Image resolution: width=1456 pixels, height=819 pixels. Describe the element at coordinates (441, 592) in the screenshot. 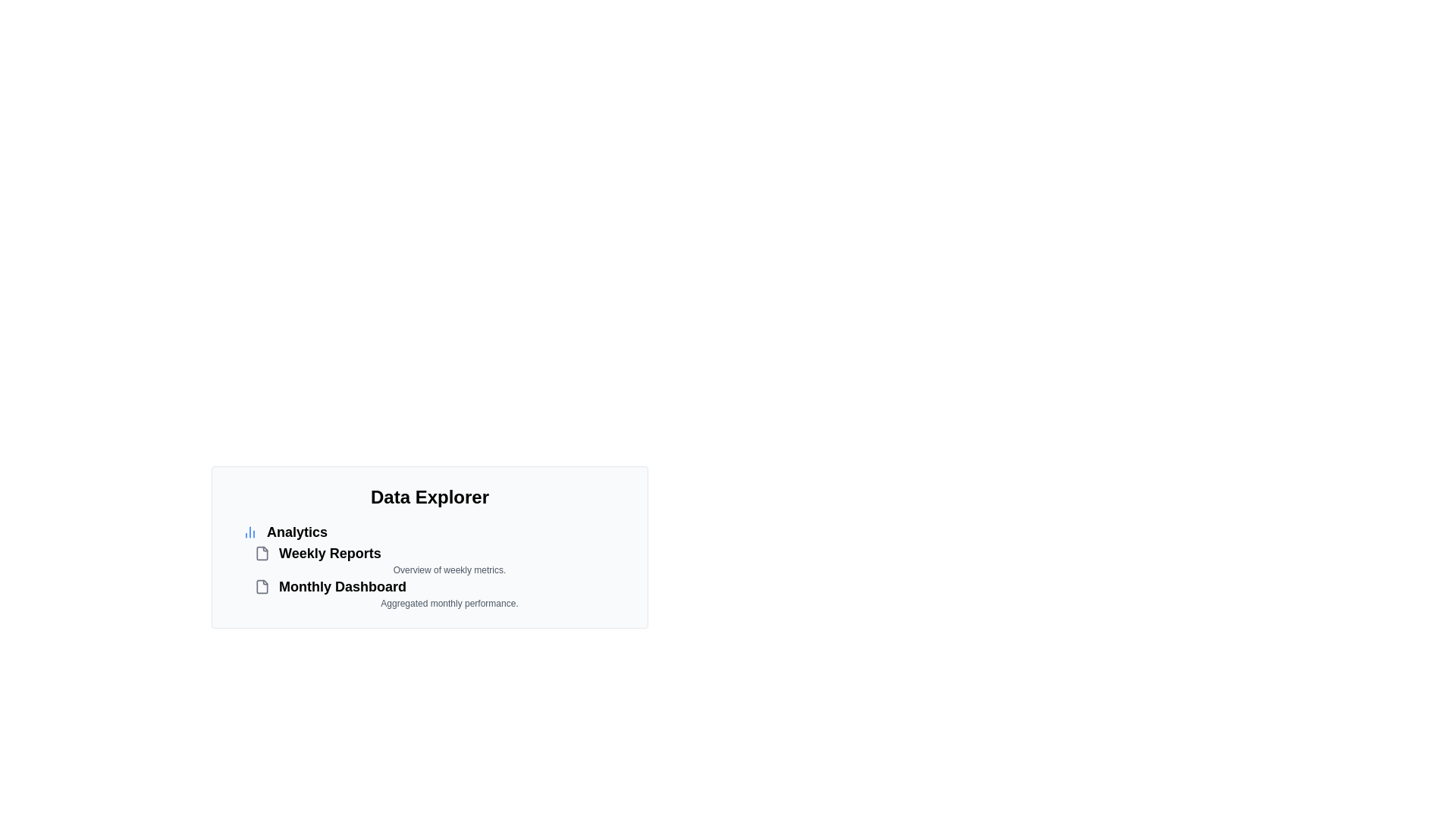

I see `the 'Monthly Dashboard' text item with subtitle, which is the last item in the list under 'Data Explorer.'` at that location.